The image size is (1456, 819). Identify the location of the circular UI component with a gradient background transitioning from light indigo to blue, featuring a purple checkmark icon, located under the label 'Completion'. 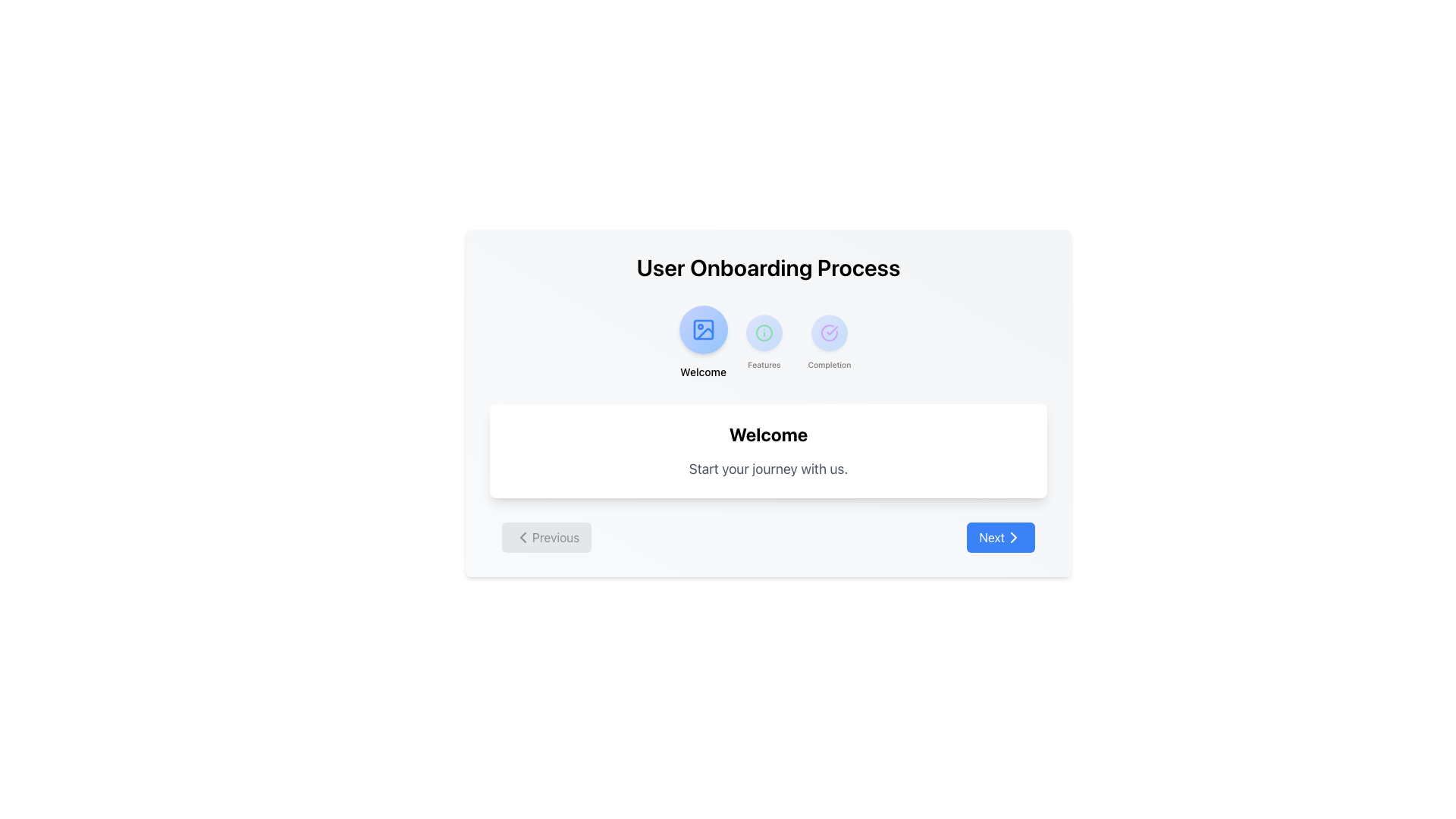
(828, 332).